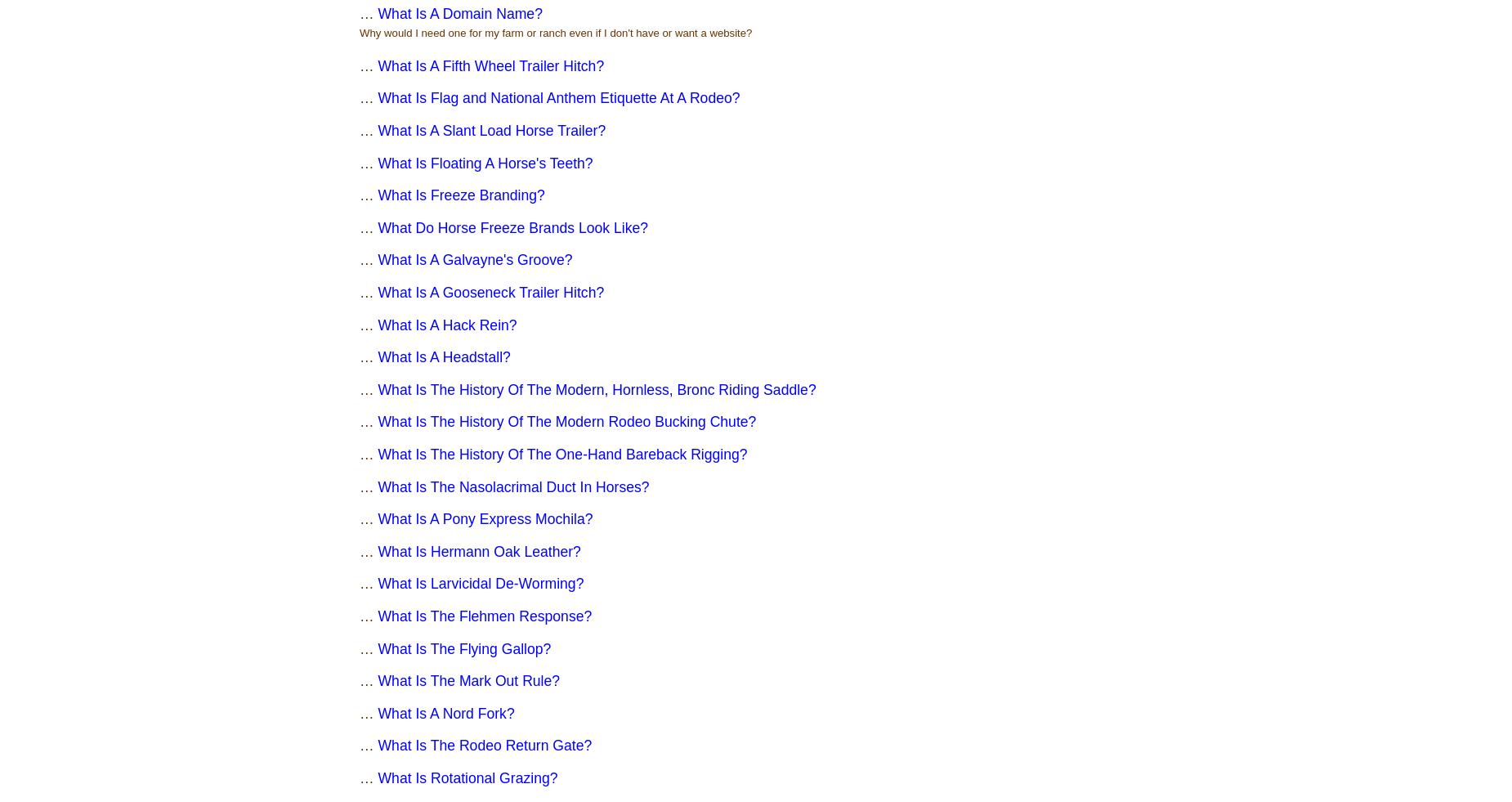  What do you see at coordinates (468, 680) in the screenshot?
I see `'What Is The Mark Out Rule?'` at bounding box center [468, 680].